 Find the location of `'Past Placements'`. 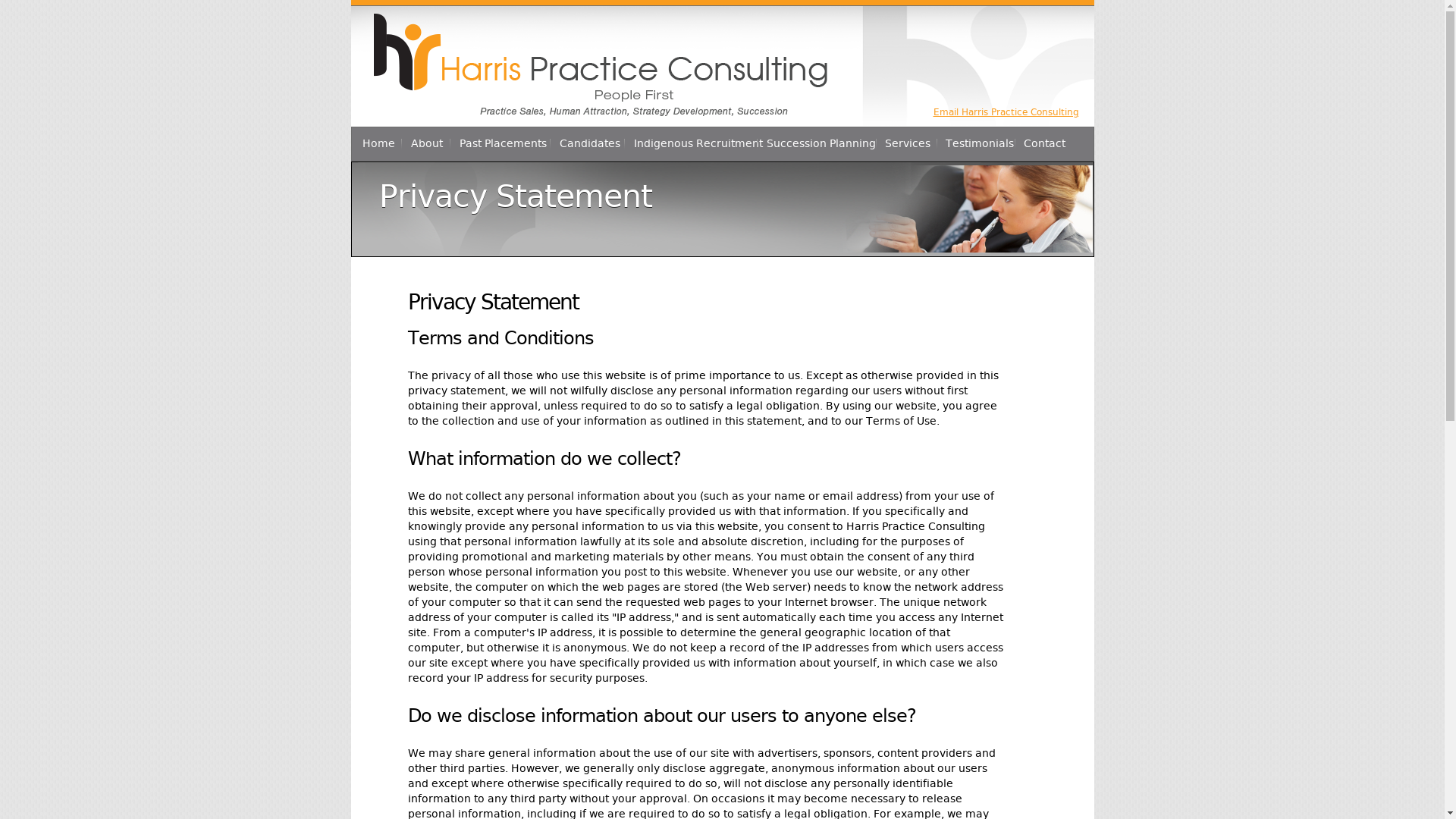

'Past Placements' is located at coordinates (502, 143).